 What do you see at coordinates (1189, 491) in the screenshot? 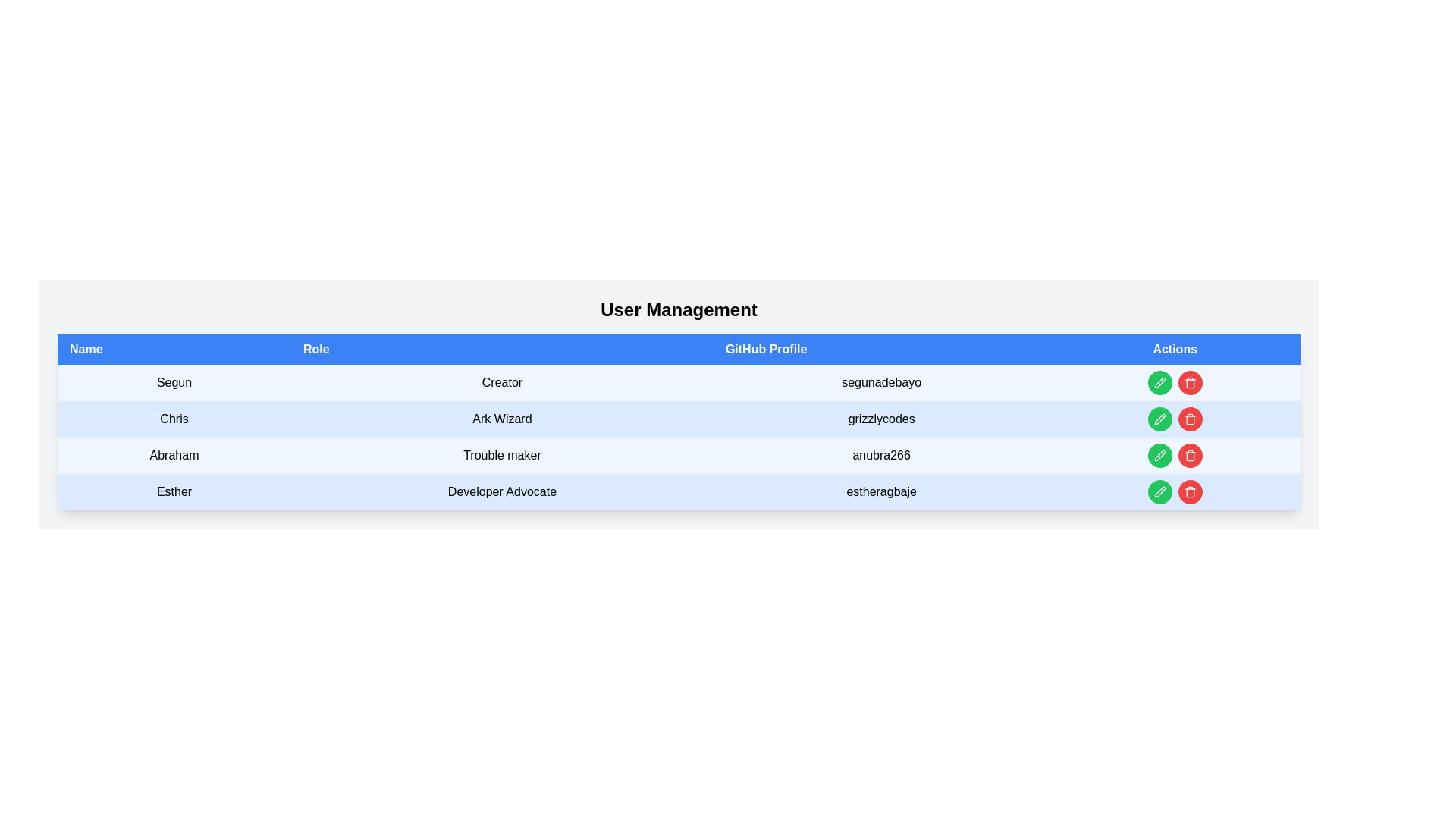
I see `the trash bin icon button located in the Actions column of the User Management table associated with the user 'Esther' to potentially display a tooltip` at bounding box center [1189, 491].